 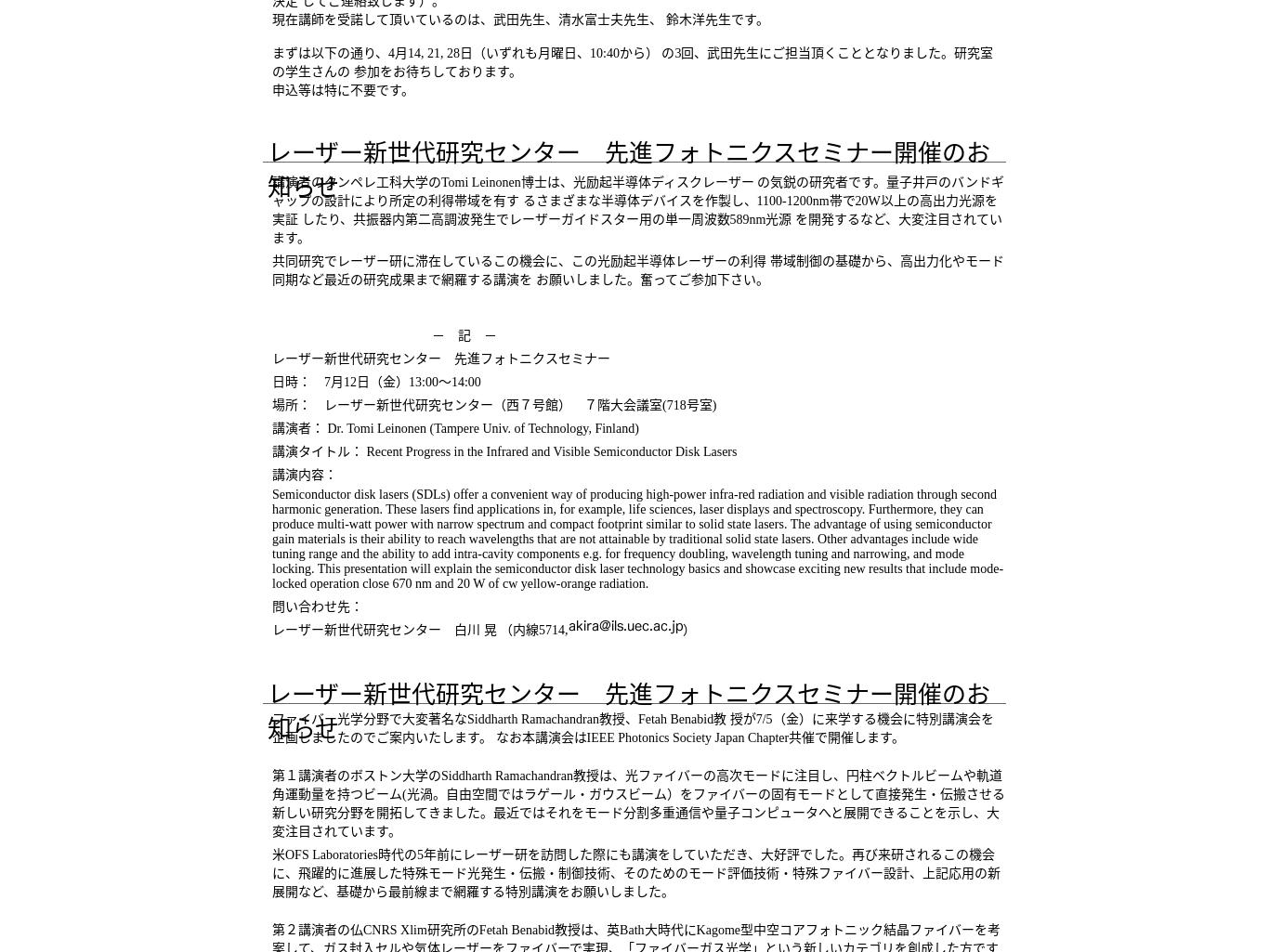 I want to click on 'Semiconductor disk lasers (SDLs) offer a convenient way of producing
high-power infra-red radiation and visible radiation through second harmonic
generation. These lasers find applications in, for example, life sciences,
laser displays and spectroscopy. Furthermore, they can produce multi-watt
power with narrow spectrum and compact footprint similar to solid state
lasers. The advantage of using semiconductor gain materials is their ability
to reach wavelengths that are not attainable by traditional solid state
lasers. Other advantages include wide tuning range and the ability to add
intra-cavity components e.g. for frequency doubling, wavelength tuning and
narrowing, and mode locking. This presentation will explain the
semiconductor disk laser technology basics and showcase exciting new results
that include mode-locked operation close 670 nm and 20 W of cw yellow-orange
radiation.', so click(x=637, y=539).